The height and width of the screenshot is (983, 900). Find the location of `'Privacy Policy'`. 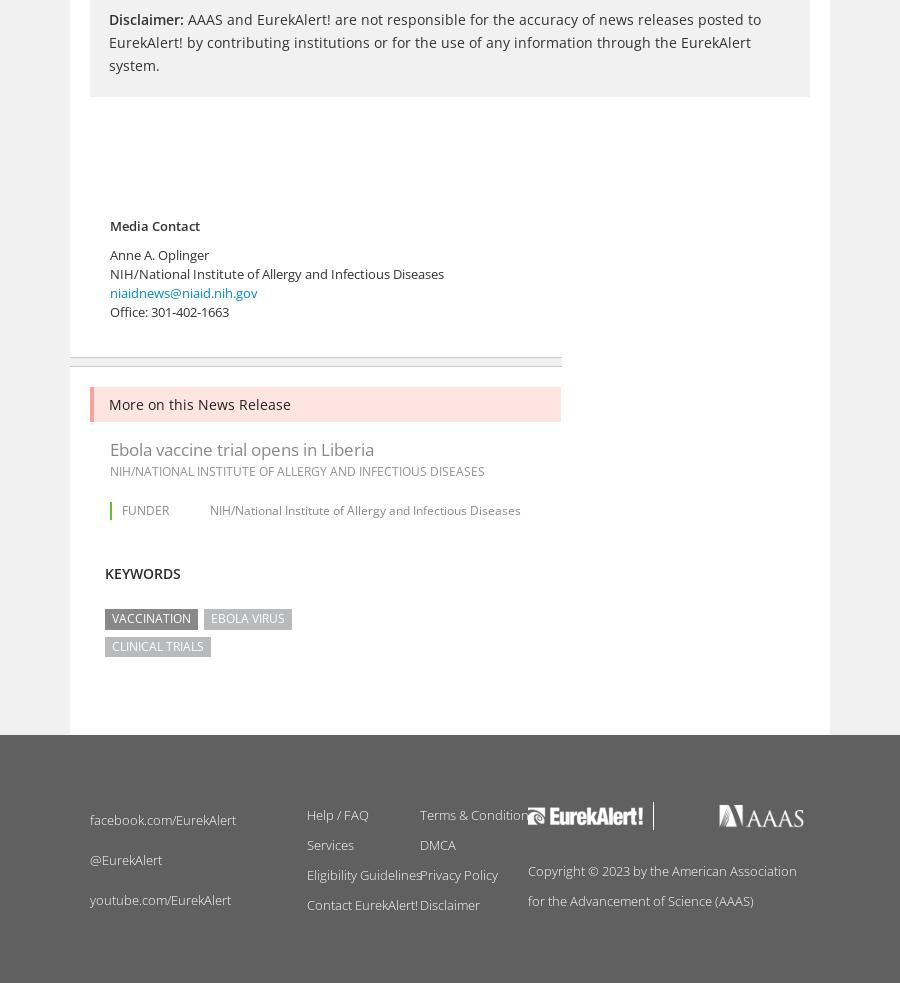

'Privacy Policy' is located at coordinates (457, 874).